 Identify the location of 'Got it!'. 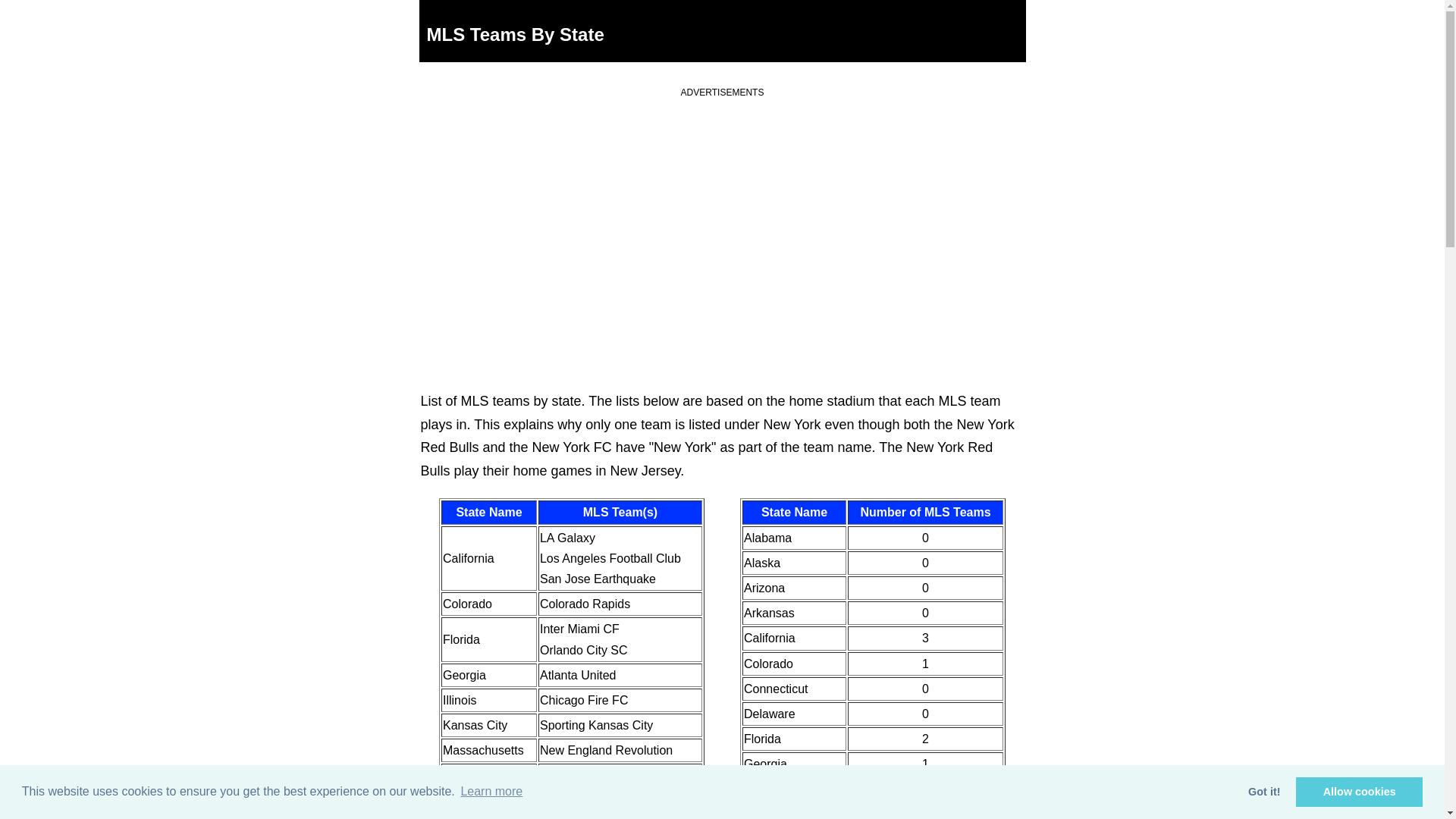
(1264, 791).